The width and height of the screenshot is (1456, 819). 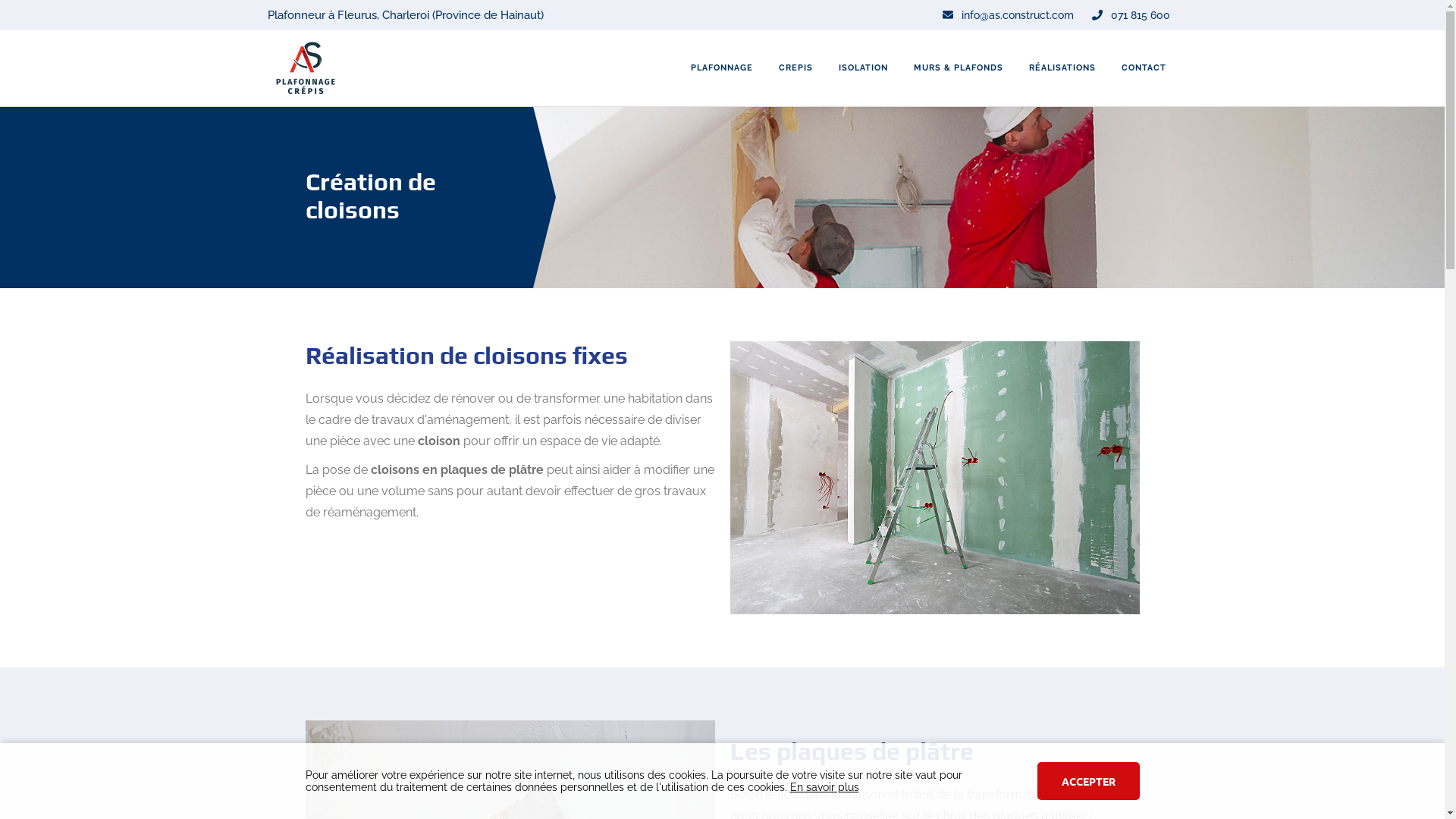 I want to click on 'ISOLATION', so click(x=825, y=67).